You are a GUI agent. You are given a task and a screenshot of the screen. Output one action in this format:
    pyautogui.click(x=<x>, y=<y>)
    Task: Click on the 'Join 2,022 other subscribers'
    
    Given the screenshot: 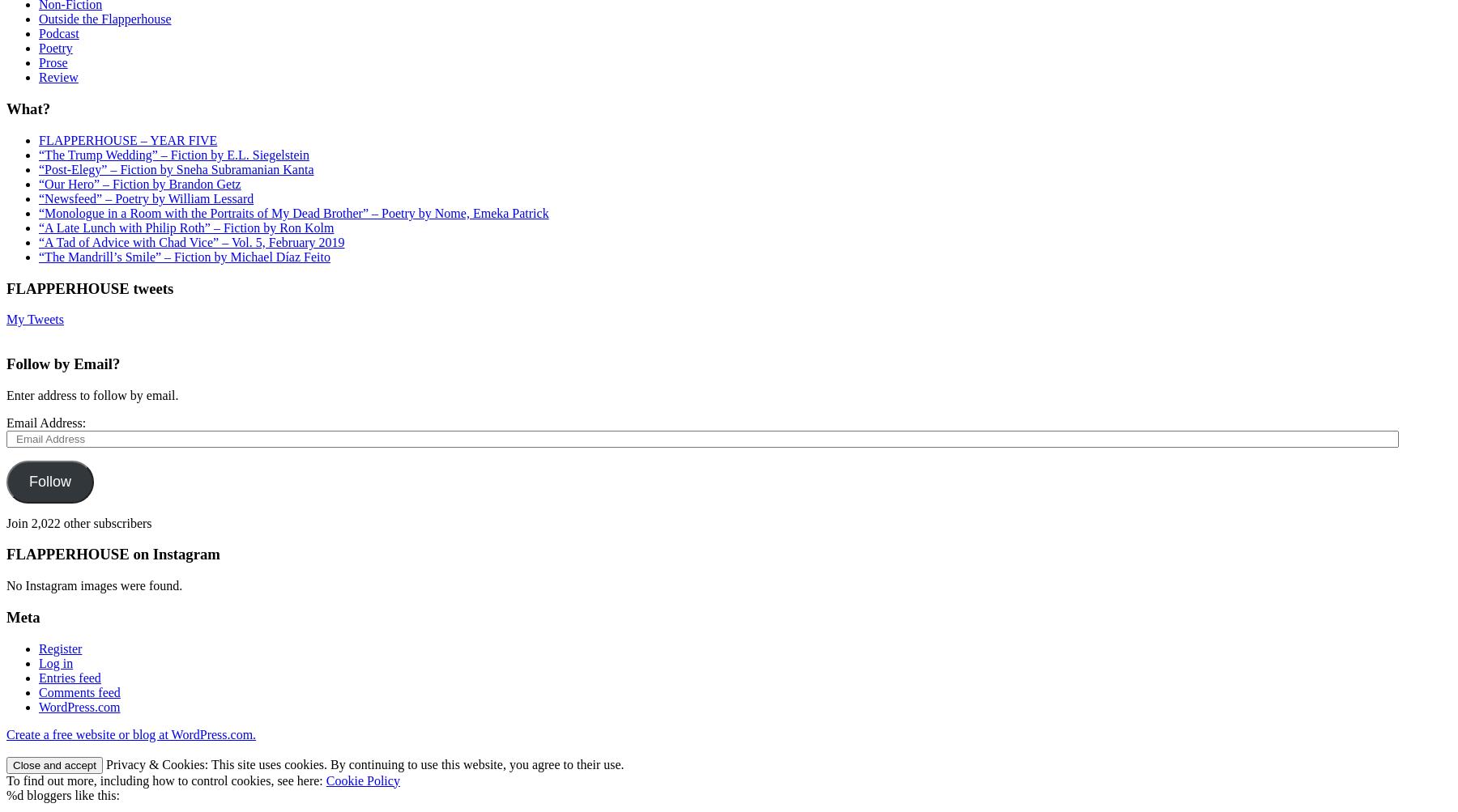 What is the action you would take?
    pyautogui.click(x=78, y=522)
    